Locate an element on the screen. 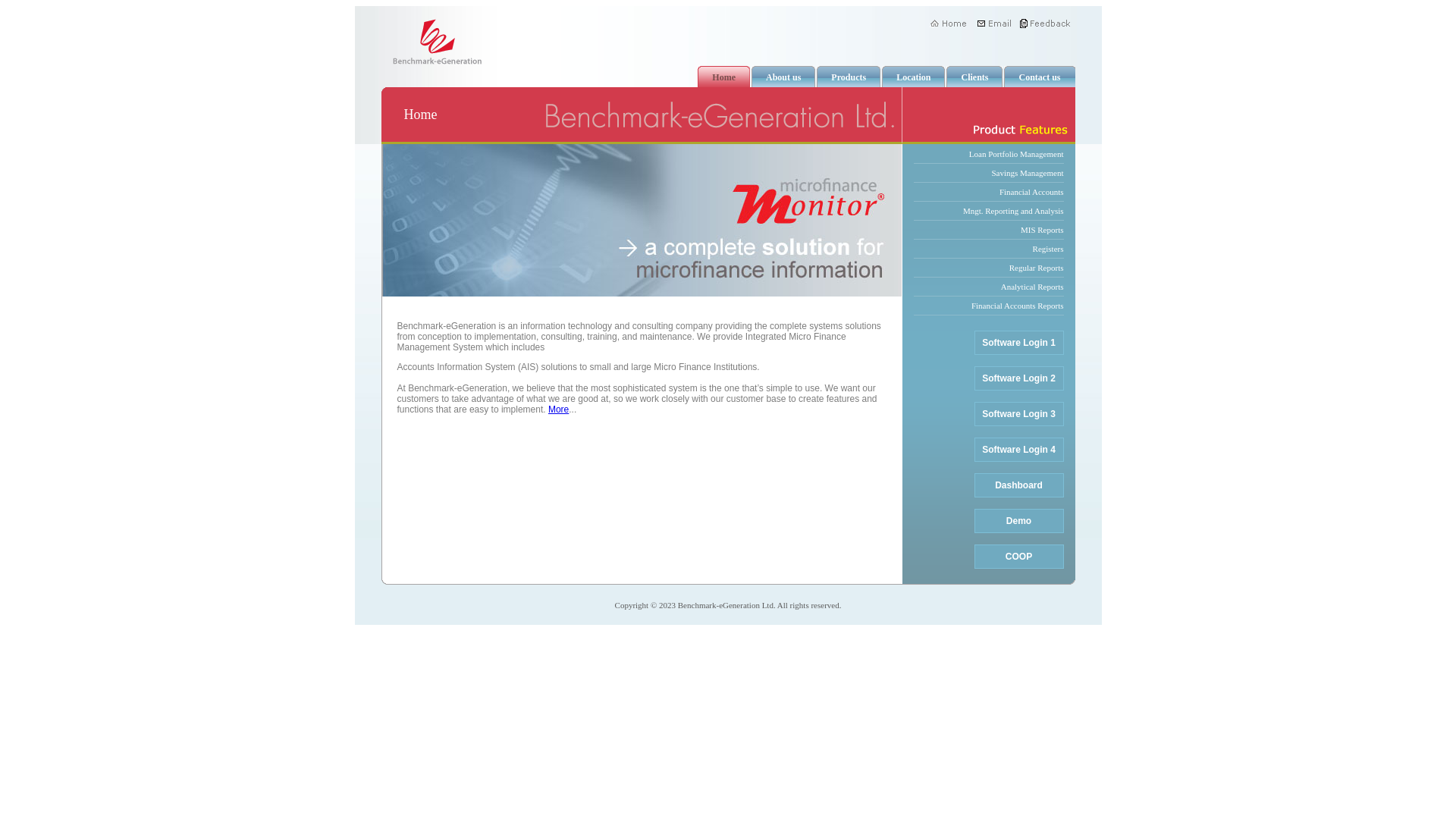  'Financial Accounts' is located at coordinates (987, 191).